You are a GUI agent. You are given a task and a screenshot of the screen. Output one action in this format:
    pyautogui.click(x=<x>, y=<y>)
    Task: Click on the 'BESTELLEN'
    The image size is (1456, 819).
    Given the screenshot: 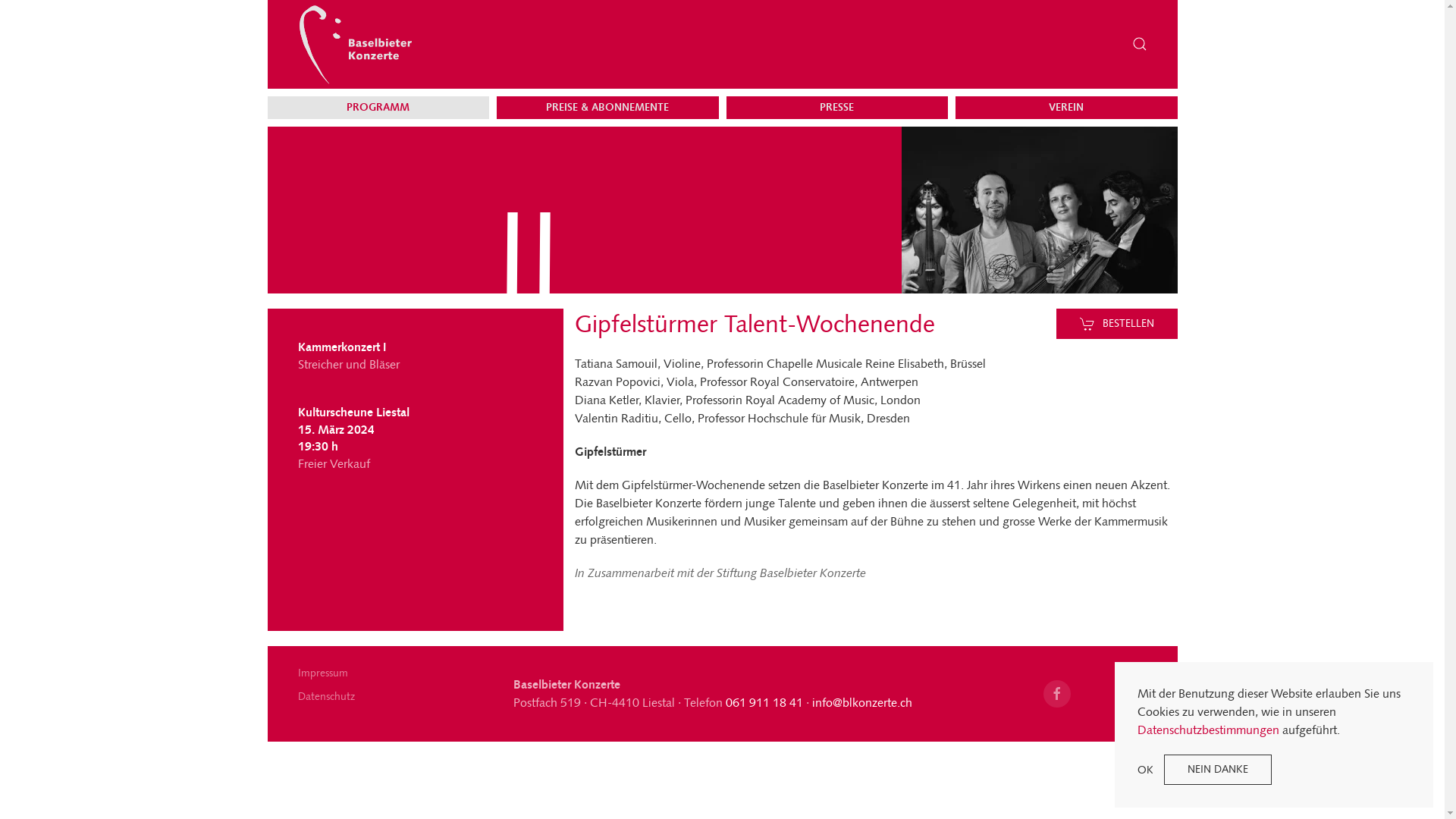 What is the action you would take?
    pyautogui.click(x=1117, y=323)
    